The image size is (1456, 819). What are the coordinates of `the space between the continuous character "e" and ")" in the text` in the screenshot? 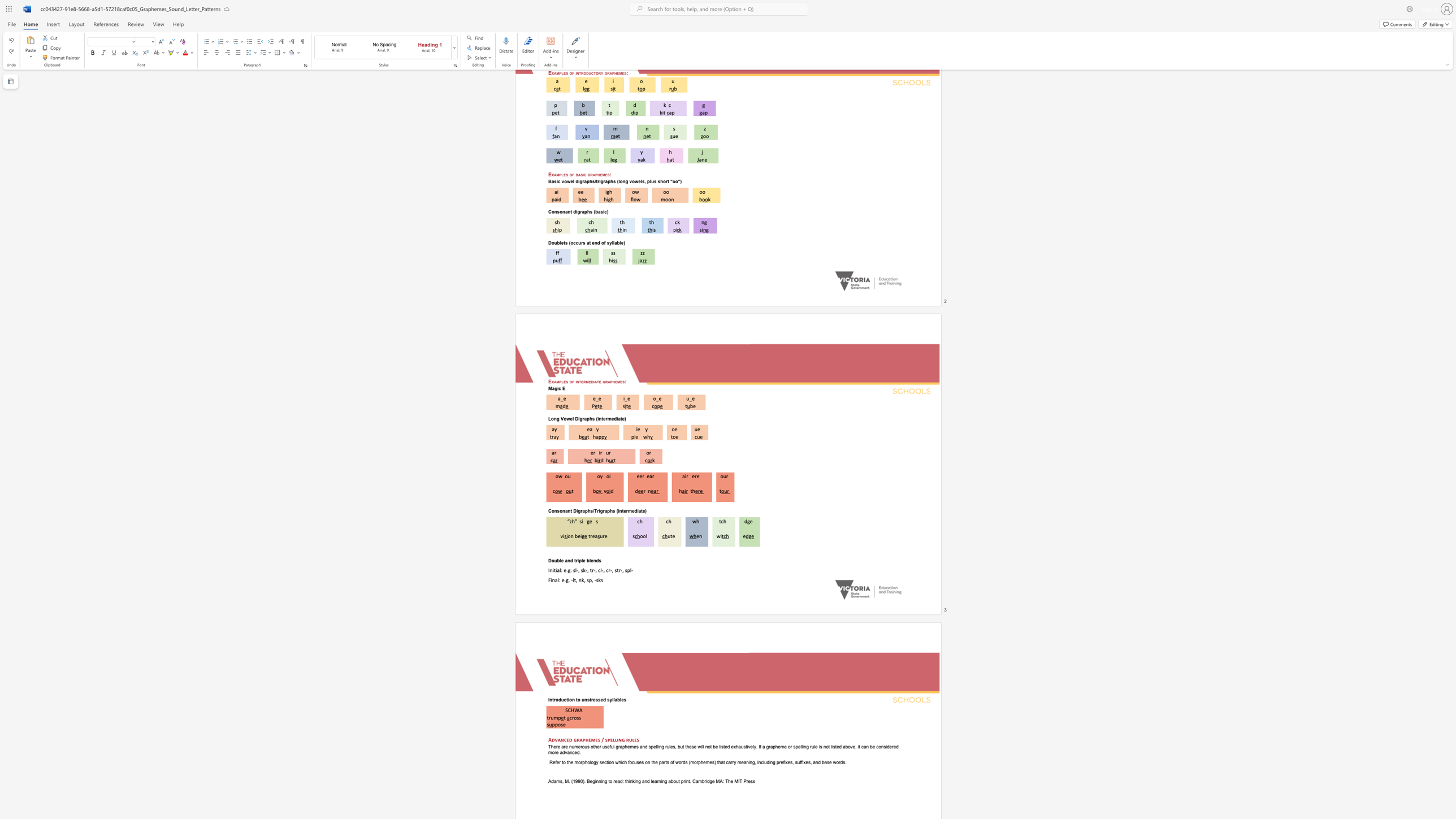 It's located at (644, 511).